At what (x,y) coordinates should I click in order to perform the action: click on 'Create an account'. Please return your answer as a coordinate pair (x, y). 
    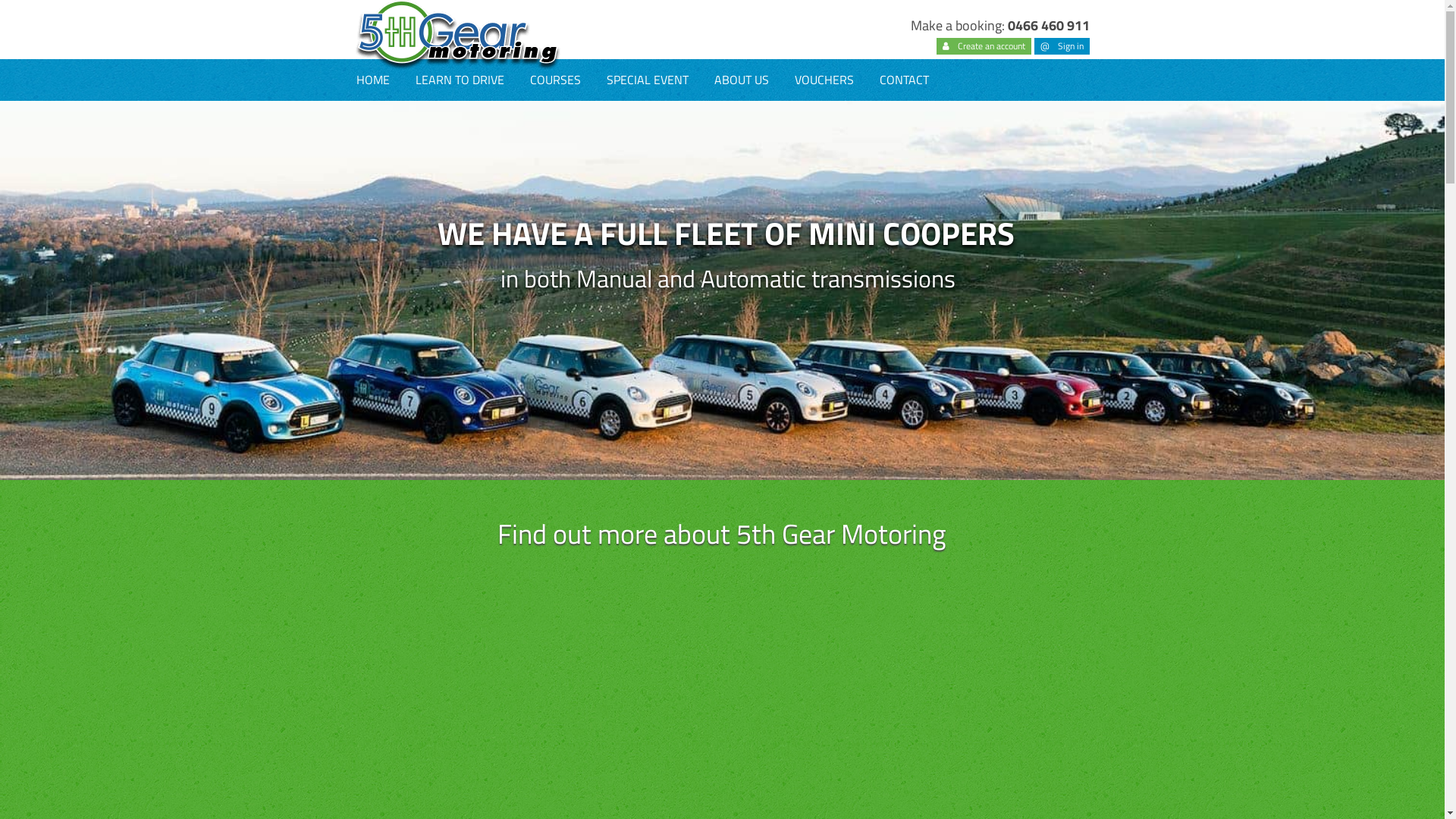
    Looking at the image, I should click on (935, 45).